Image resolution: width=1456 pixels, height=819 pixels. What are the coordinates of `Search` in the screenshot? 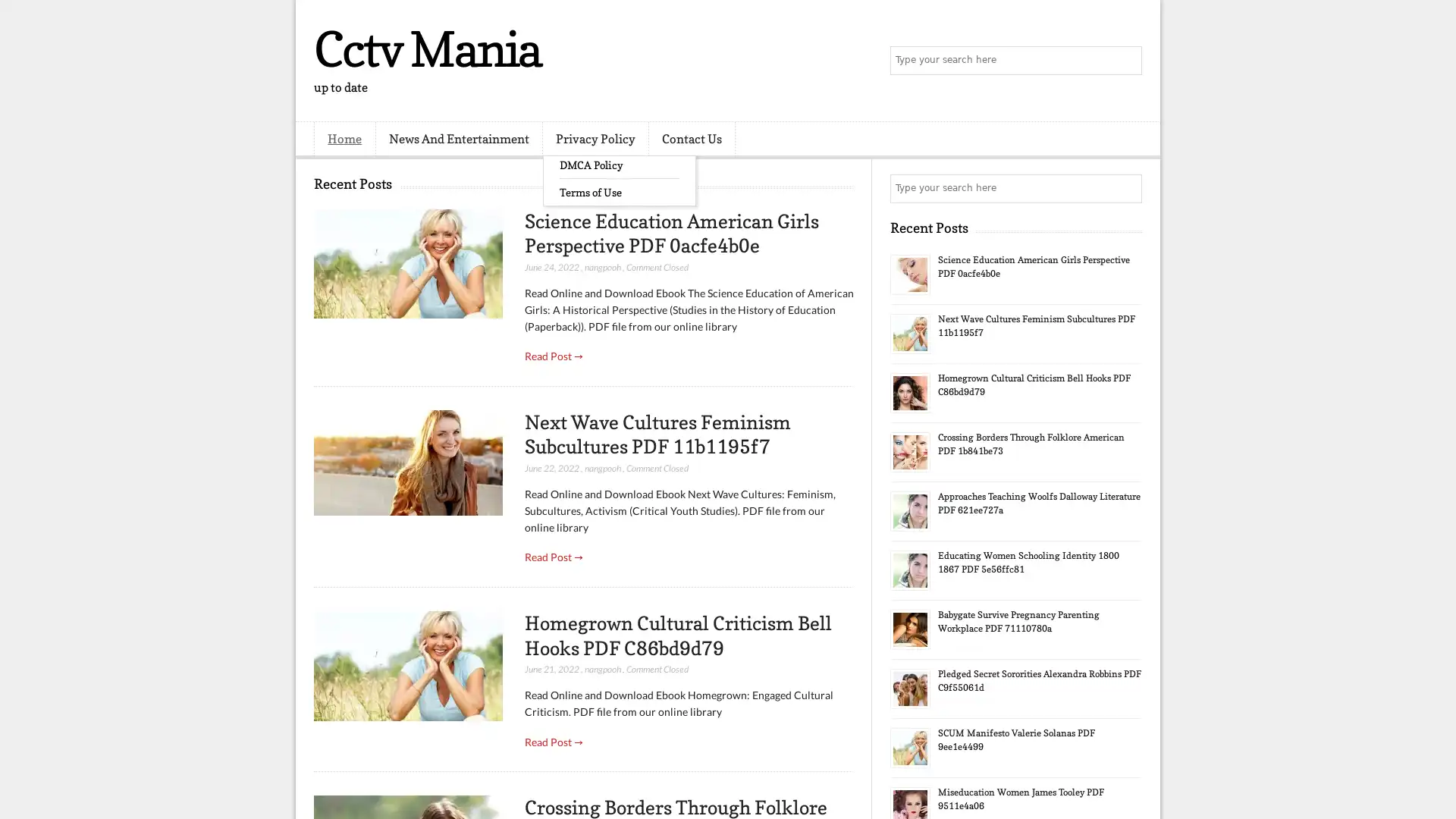 It's located at (1126, 188).